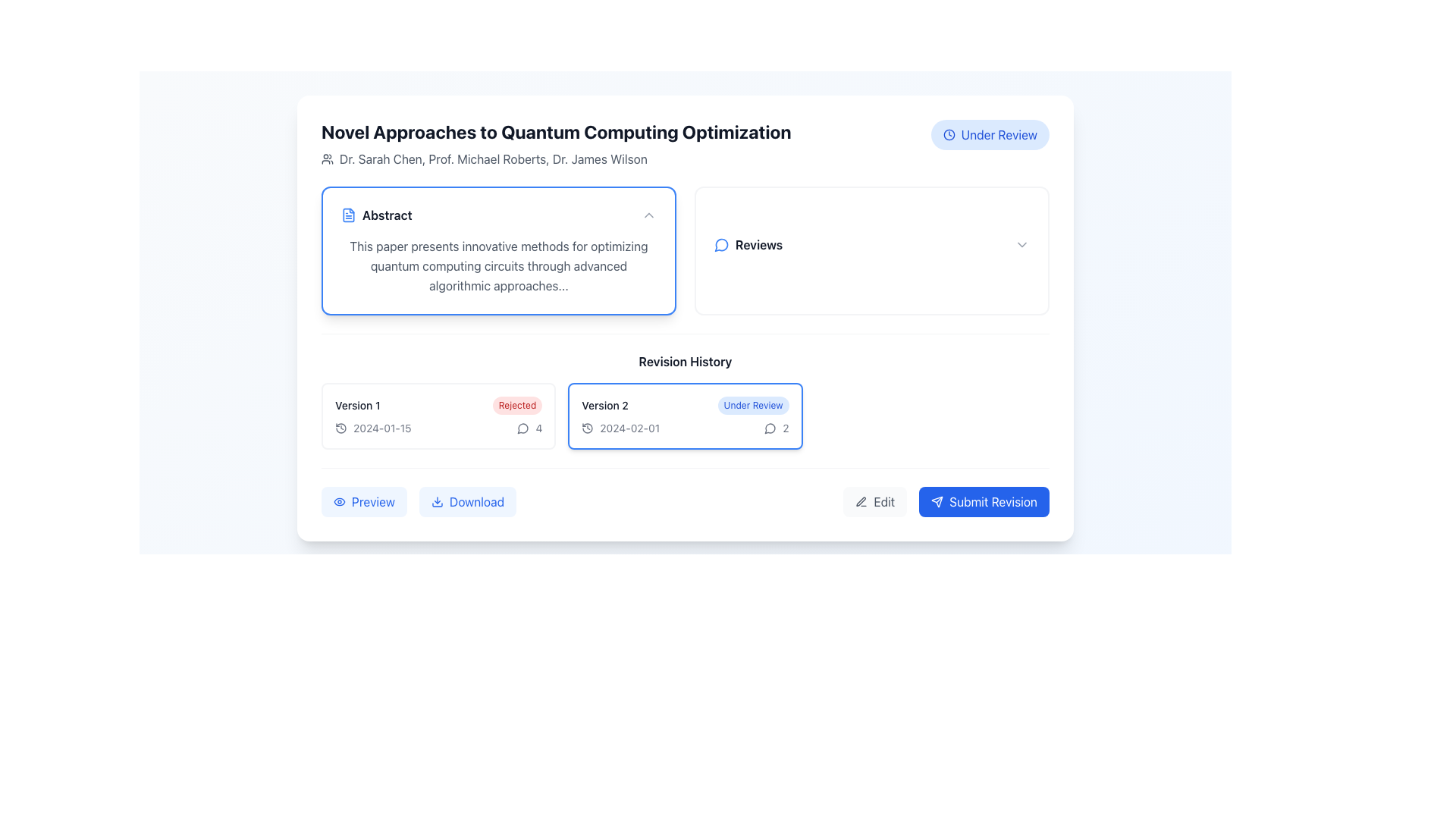 The width and height of the screenshot is (1456, 819). What do you see at coordinates (376, 215) in the screenshot?
I see `the styling and information of the title text element paired with a decorative icon located in the top-left portion of the summary box` at bounding box center [376, 215].